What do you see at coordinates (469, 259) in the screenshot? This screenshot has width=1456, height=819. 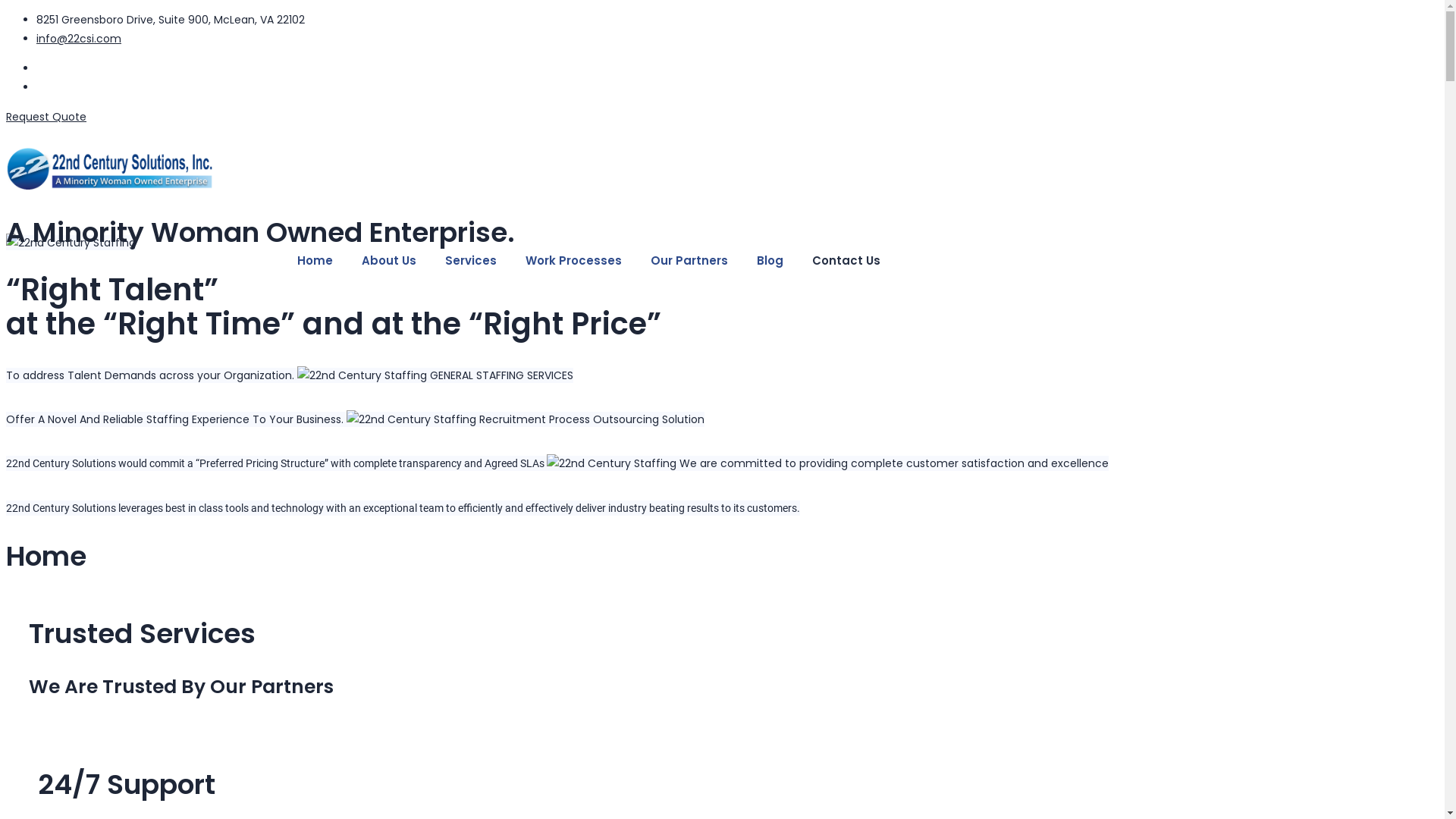 I see `'Services'` at bounding box center [469, 259].